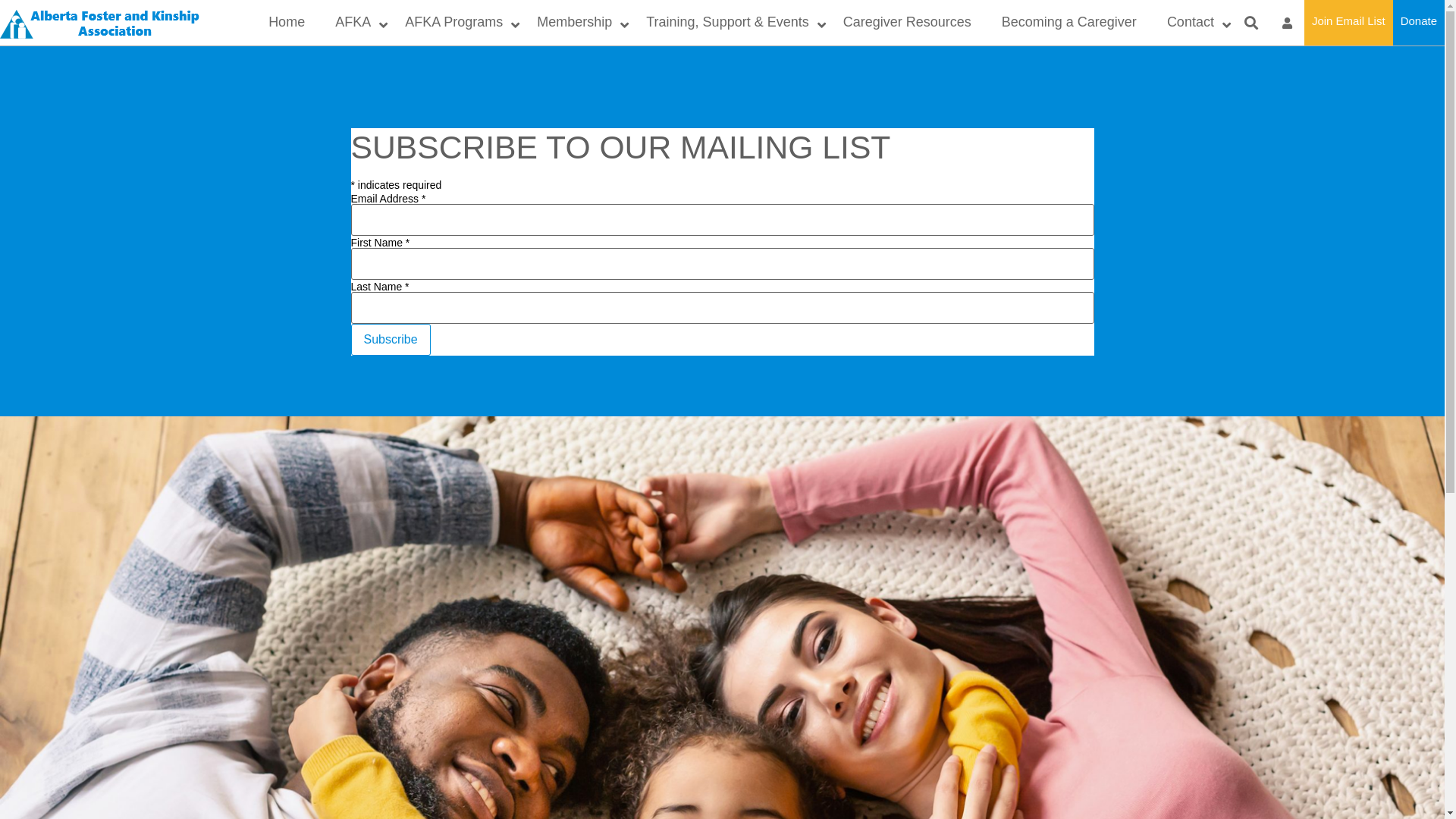 The width and height of the screenshot is (1456, 819). I want to click on 'Home', so click(287, 22).